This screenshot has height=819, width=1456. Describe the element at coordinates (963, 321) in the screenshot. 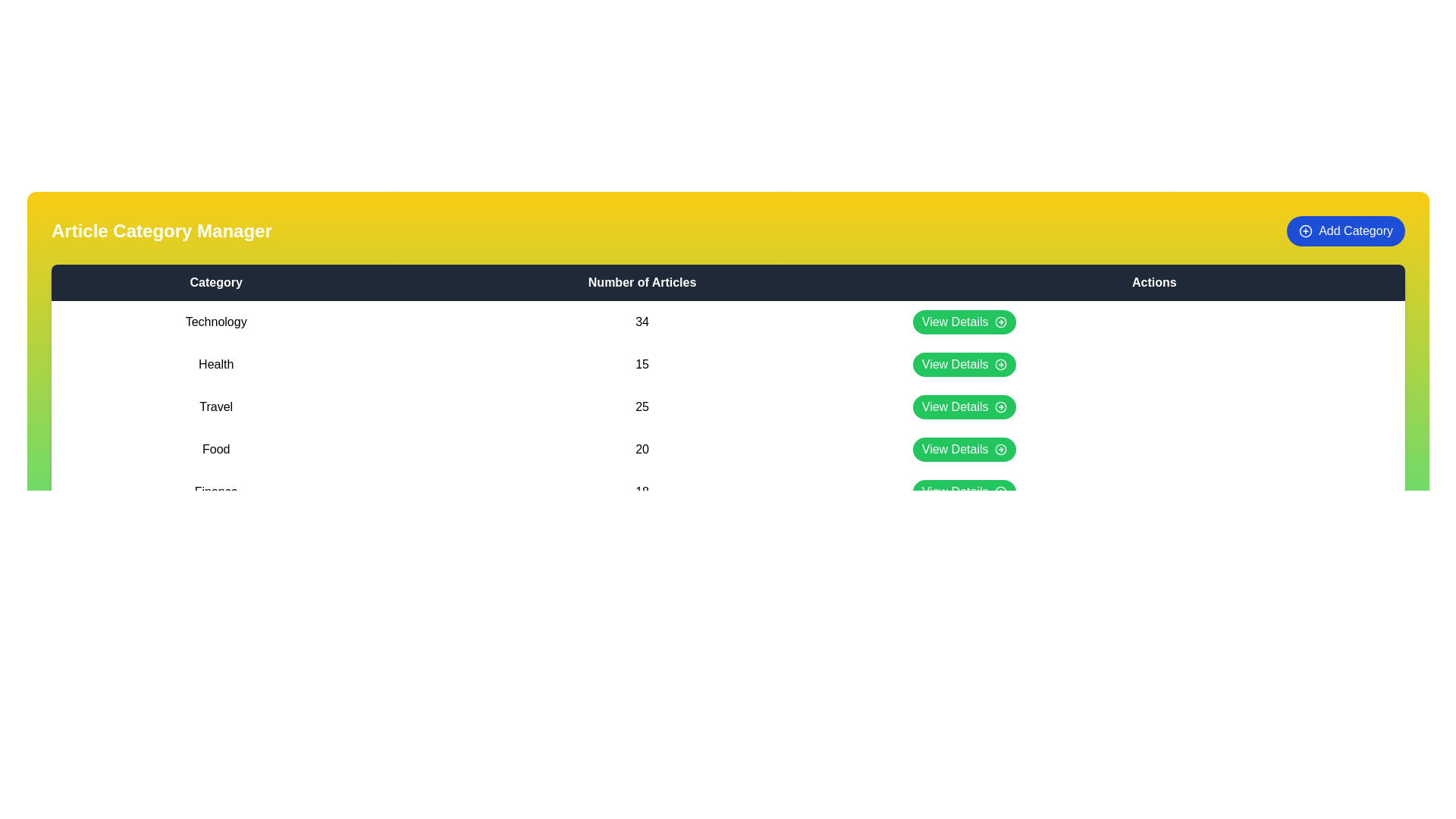

I see `the 'View Details' button for the category 'Technology'` at that location.